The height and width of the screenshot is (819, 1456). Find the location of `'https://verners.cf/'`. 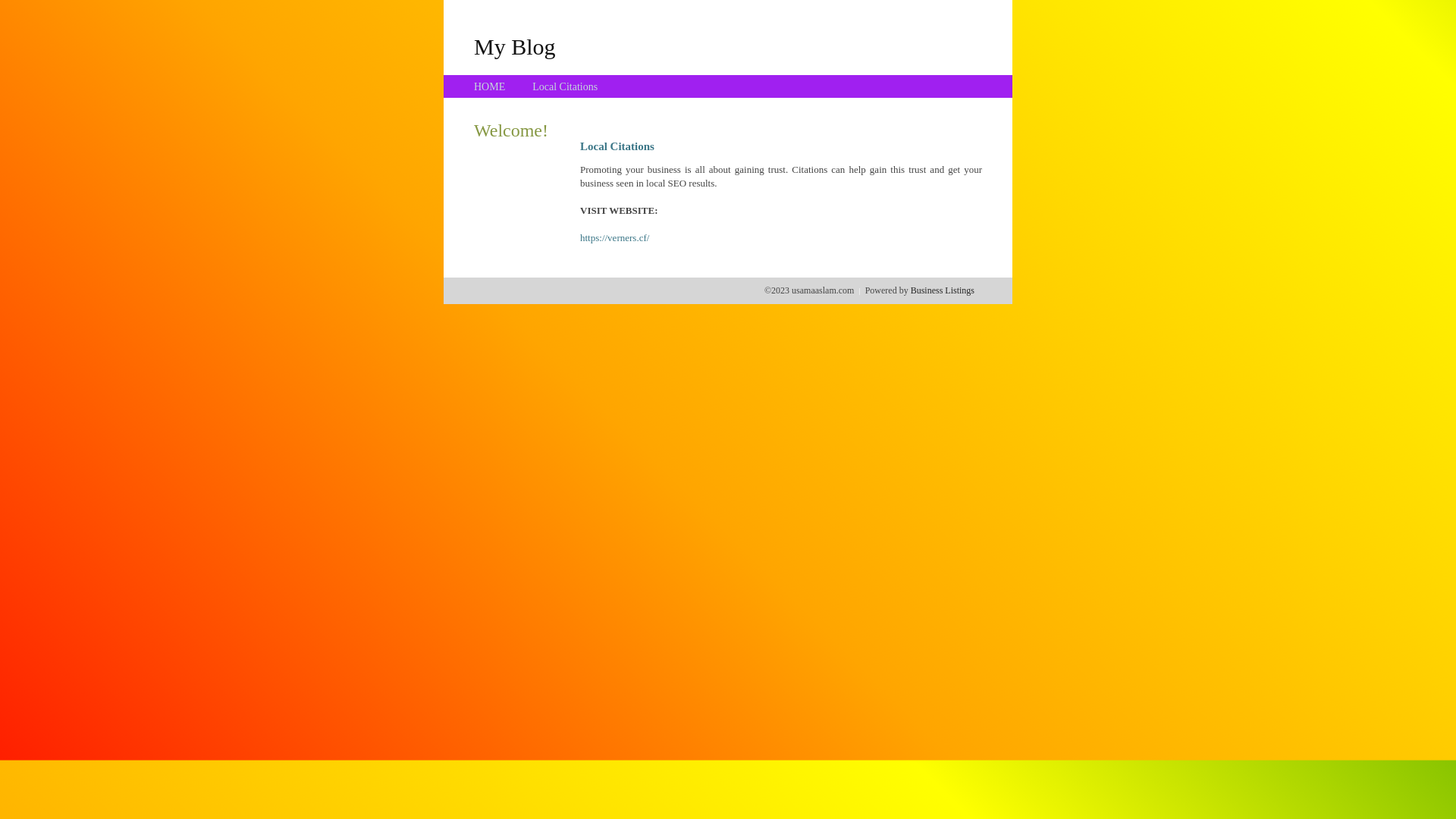

'https://verners.cf/' is located at coordinates (614, 237).